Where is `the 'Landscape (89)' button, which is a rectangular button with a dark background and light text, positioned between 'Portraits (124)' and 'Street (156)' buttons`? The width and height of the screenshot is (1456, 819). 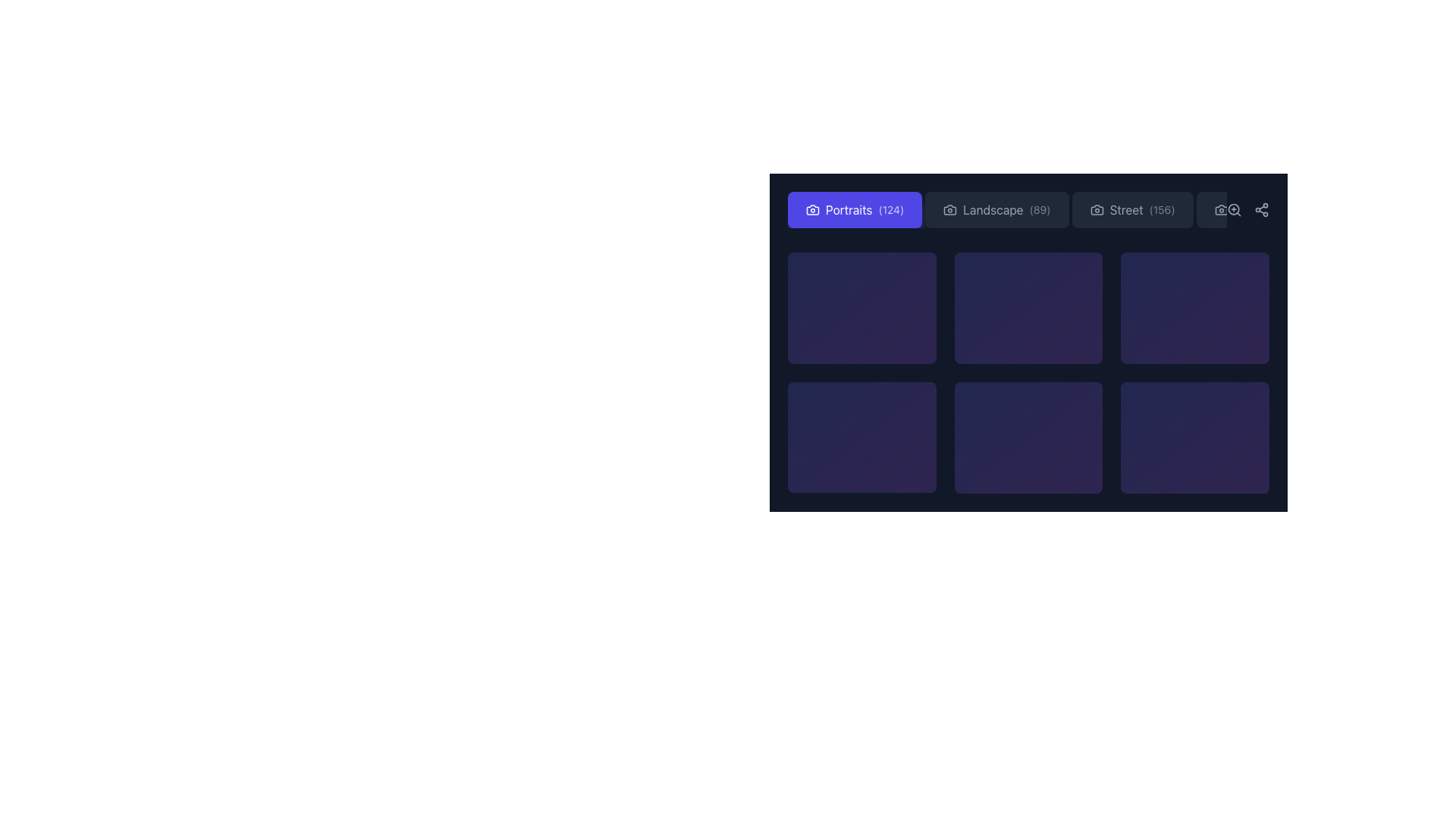
the 'Landscape (89)' button, which is a rectangular button with a dark background and light text, positioned between 'Portraits (124)' and 'Street (156)' buttons is located at coordinates (1028, 210).